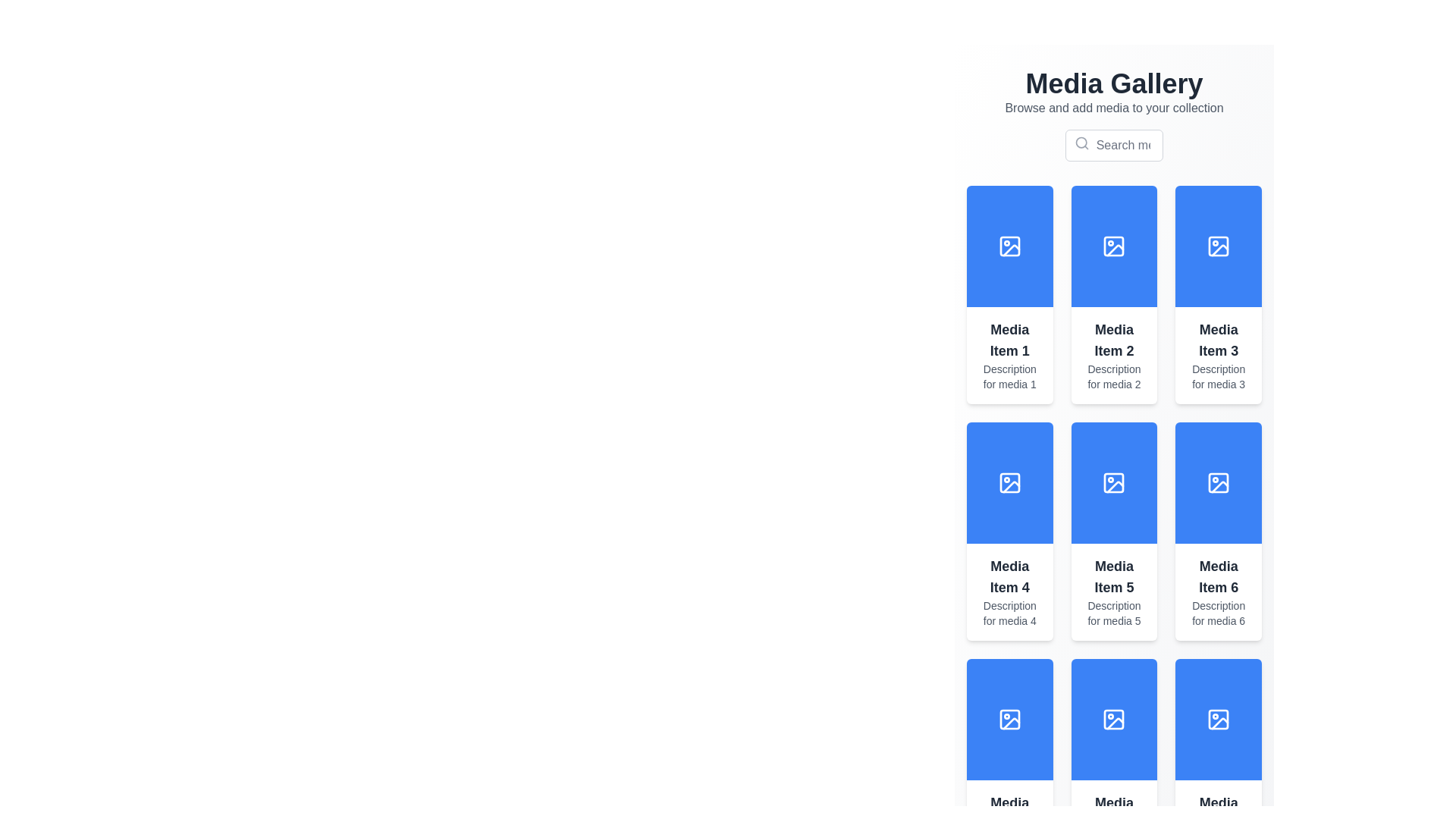  I want to click on the icon representing the media item in the sixth tile of the 'Media Gallery', located in the bottom-right corner of the grid, so click(1219, 482).